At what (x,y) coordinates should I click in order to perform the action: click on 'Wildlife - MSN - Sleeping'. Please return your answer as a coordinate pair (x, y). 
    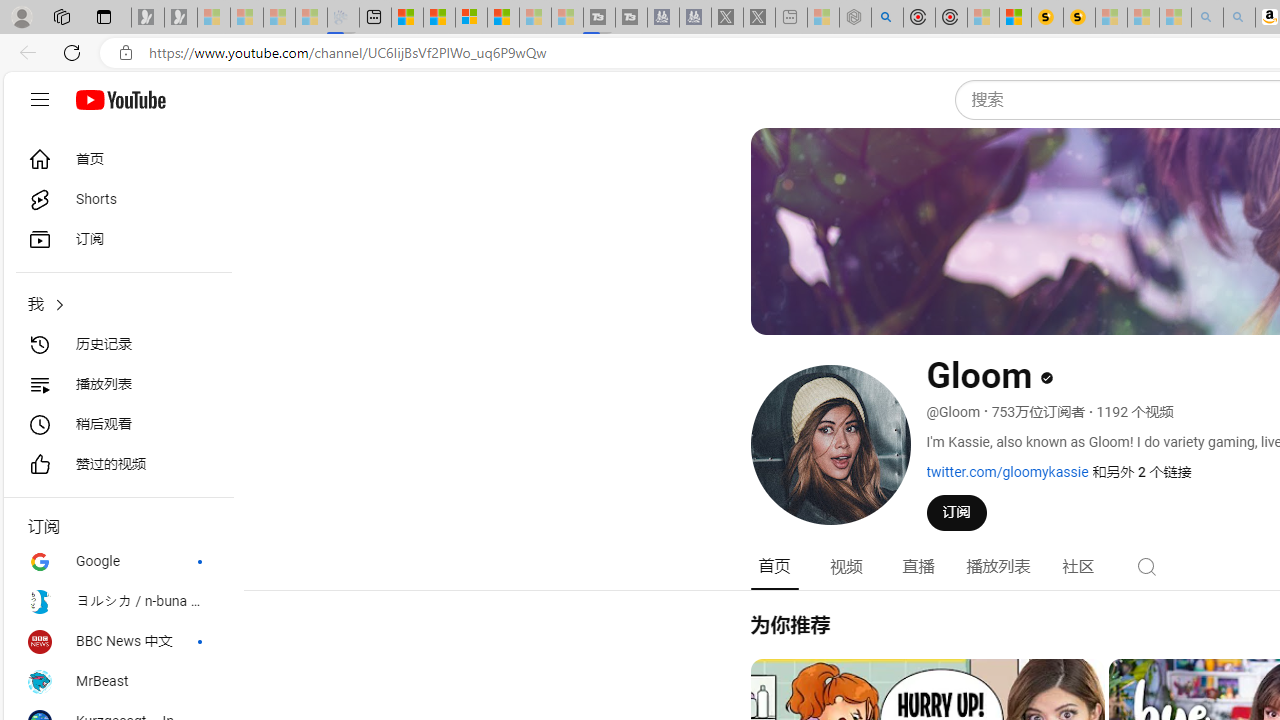
    Looking at the image, I should click on (823, 17).